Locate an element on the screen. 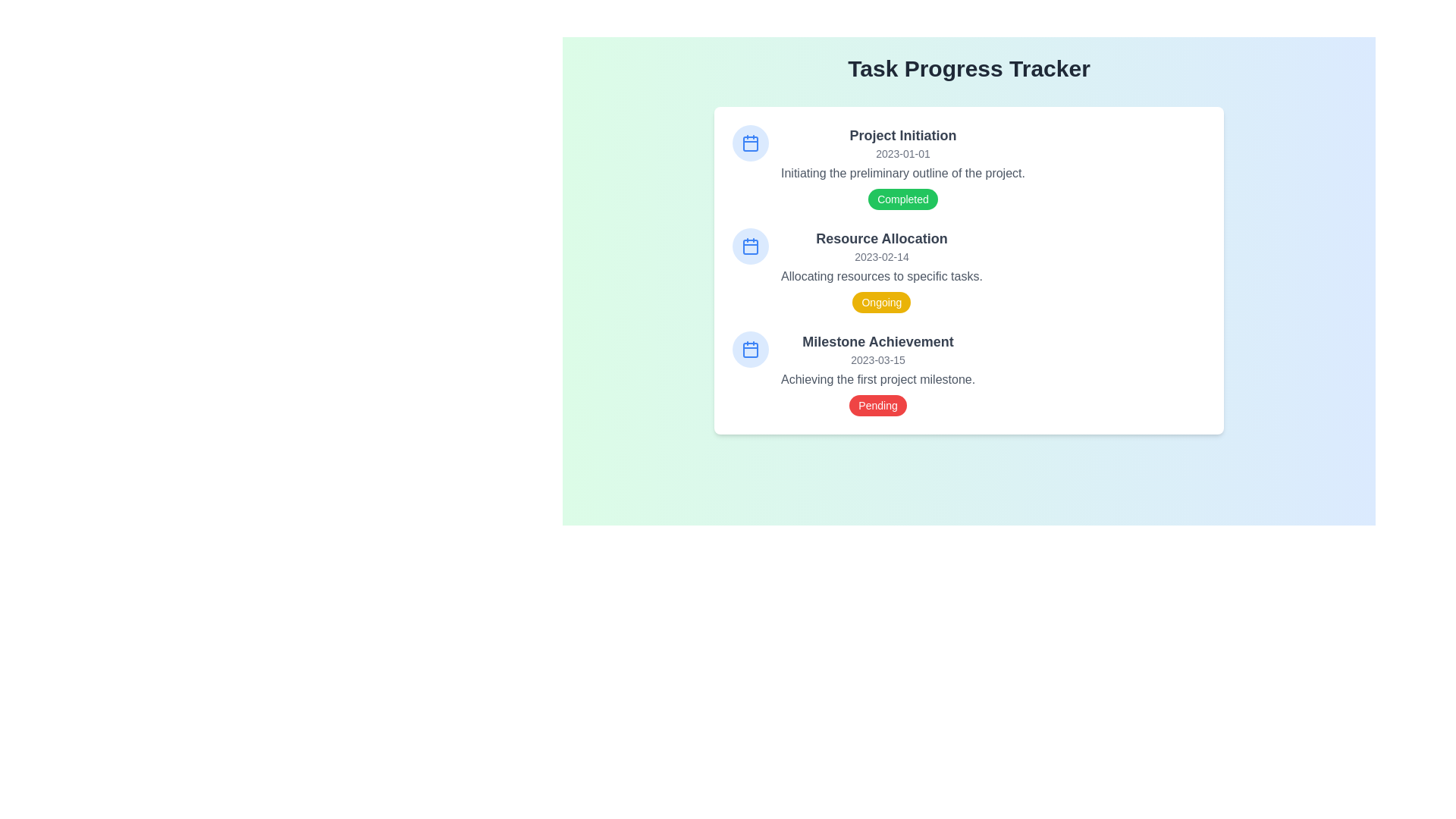  text label for the milestone entry located in the third milestone section of the 'Task Progress Tracker', positioned above the date '2023-03-15' and the description 'Achieving the first project milestone' is located at coordinates (878, 342).